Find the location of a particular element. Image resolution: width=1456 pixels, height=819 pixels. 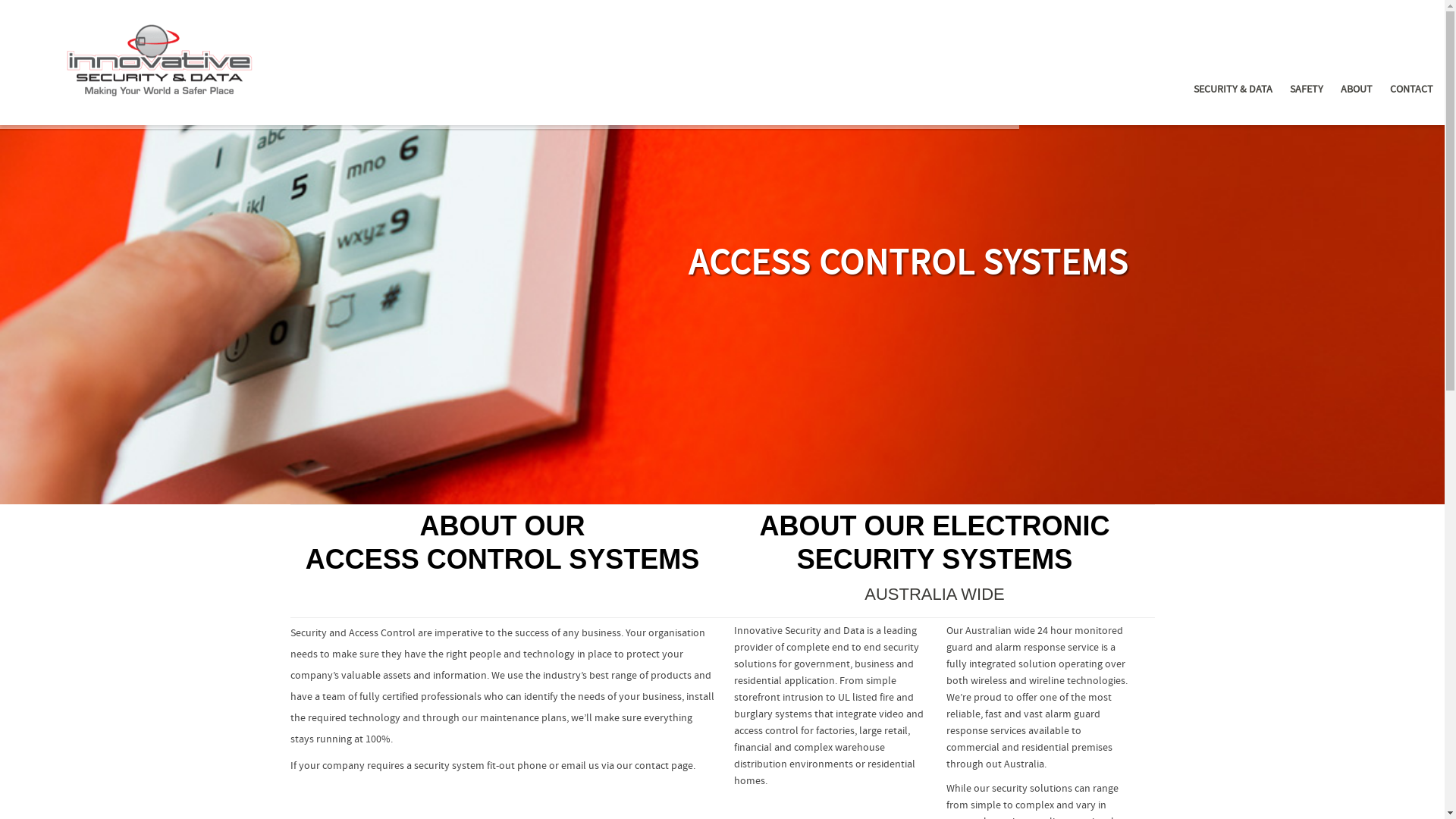

'SAFETY' is located at coordinates (1306, 90).